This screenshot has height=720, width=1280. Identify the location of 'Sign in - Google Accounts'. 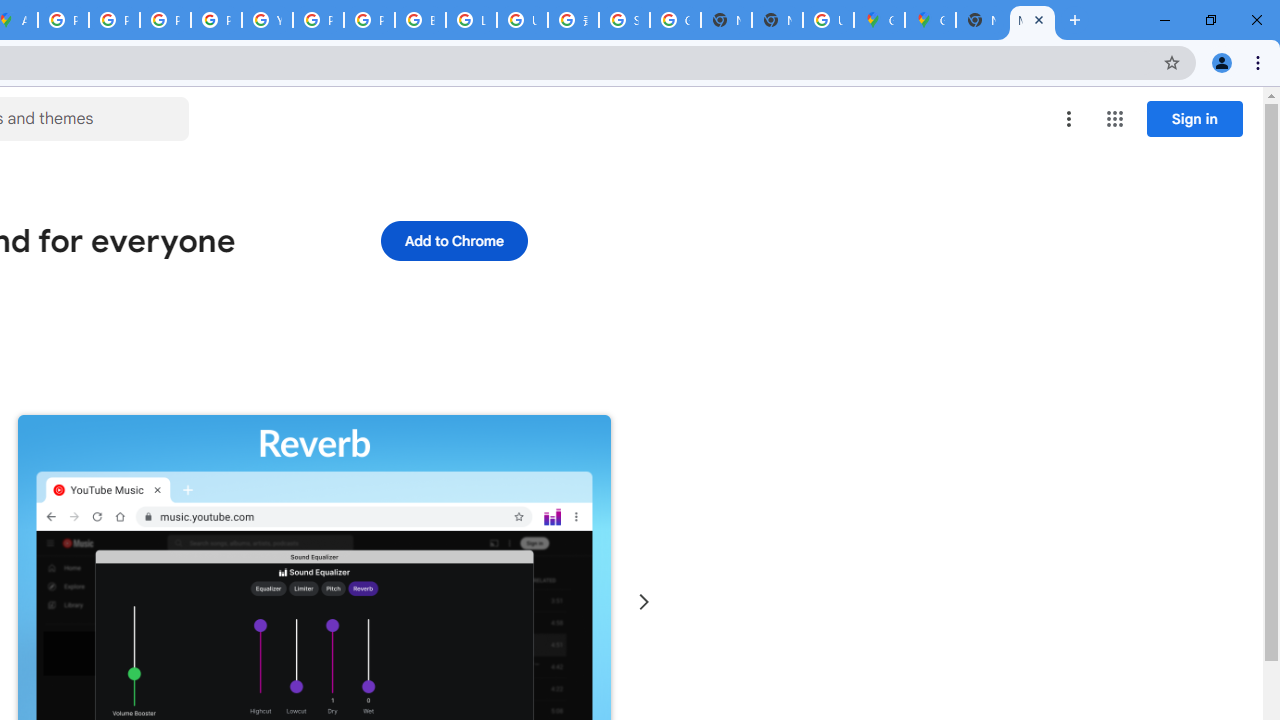
(623, 20).